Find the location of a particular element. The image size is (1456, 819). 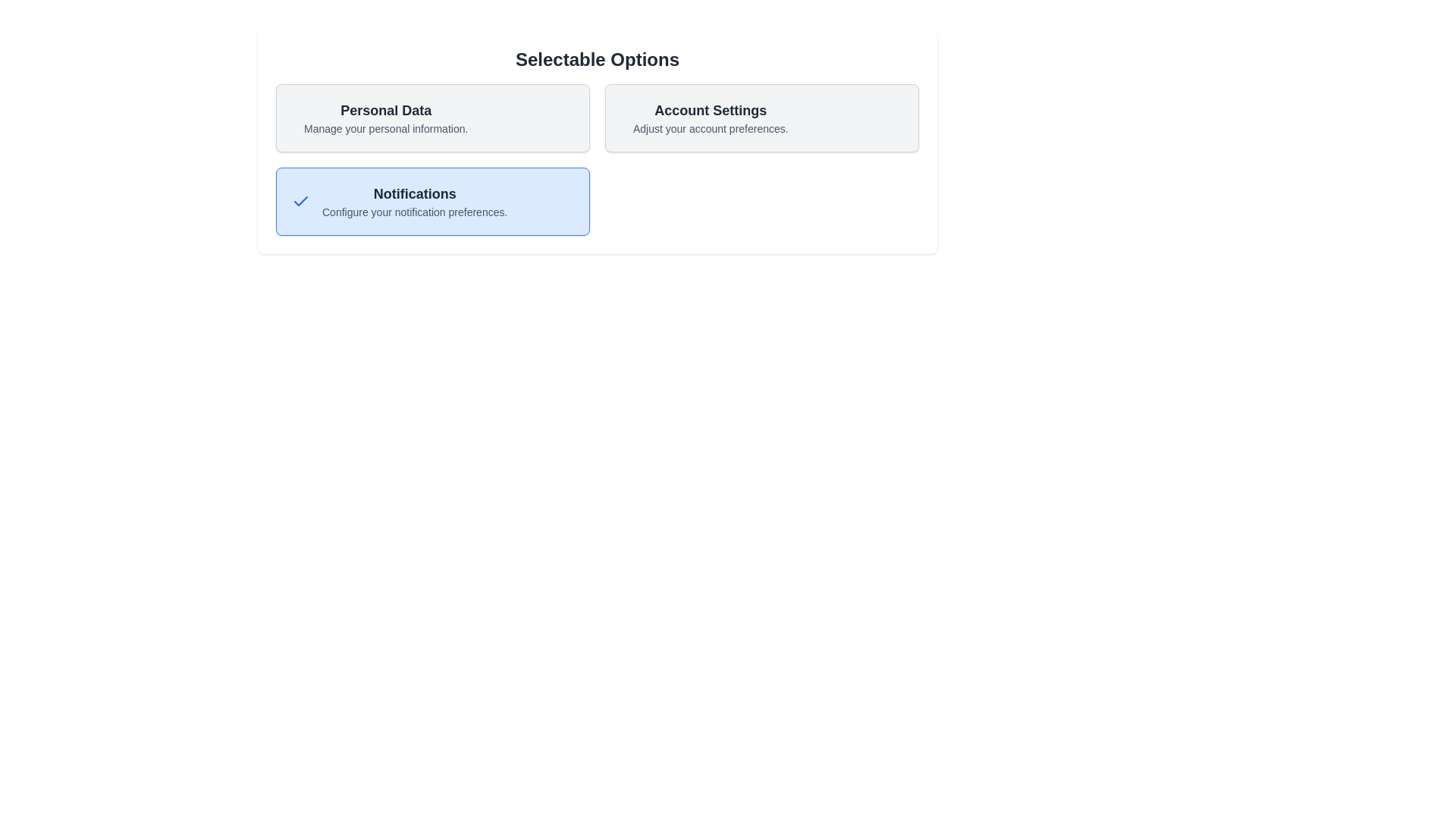

the account settings card located in the second position of a three-card grid layout is located at coordinates (761, 117).